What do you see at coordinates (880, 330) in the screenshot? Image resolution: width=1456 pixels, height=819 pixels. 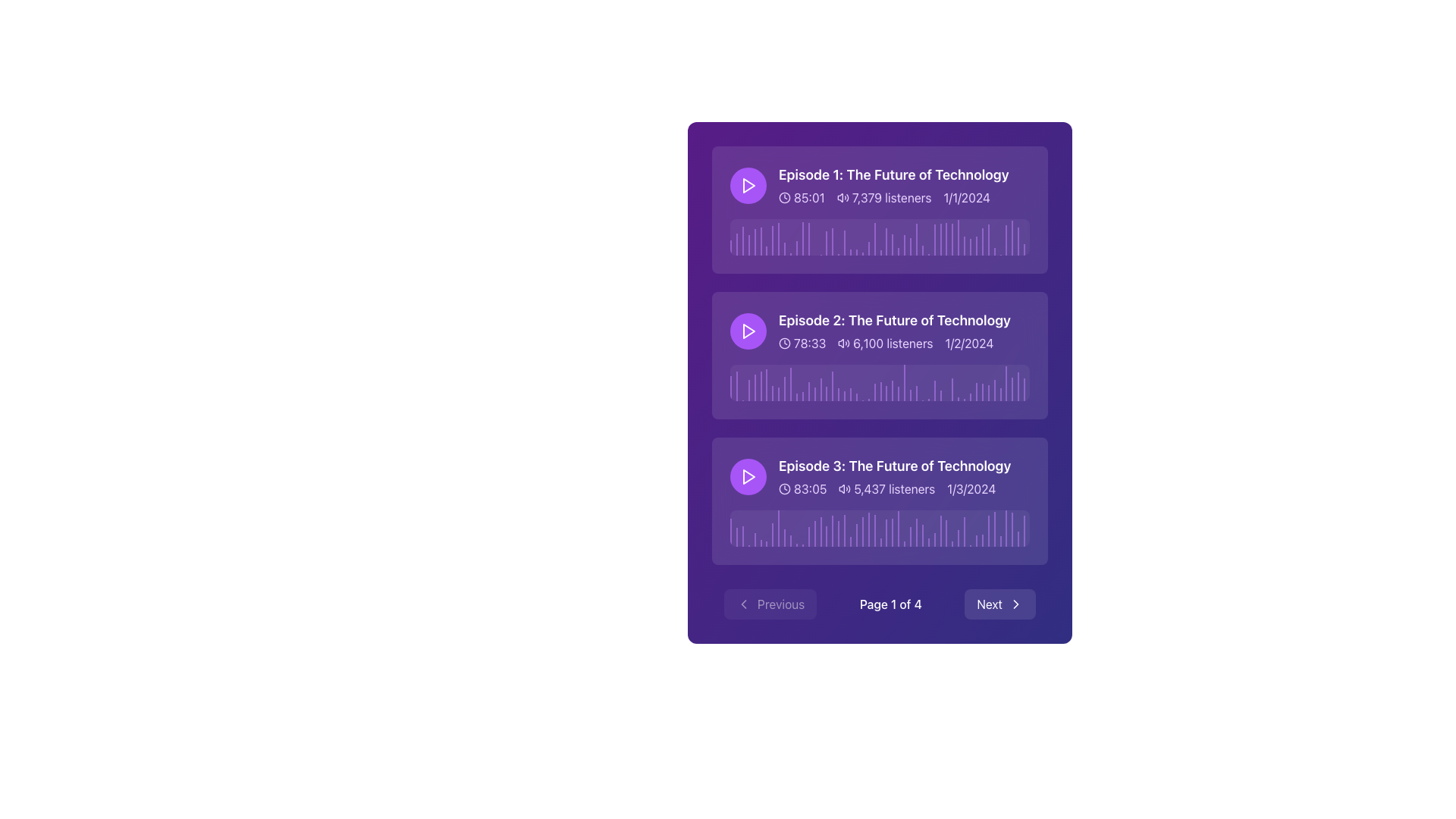 I see `the second list item containing the play button and episode metadata` at bounding box center [880, 330].